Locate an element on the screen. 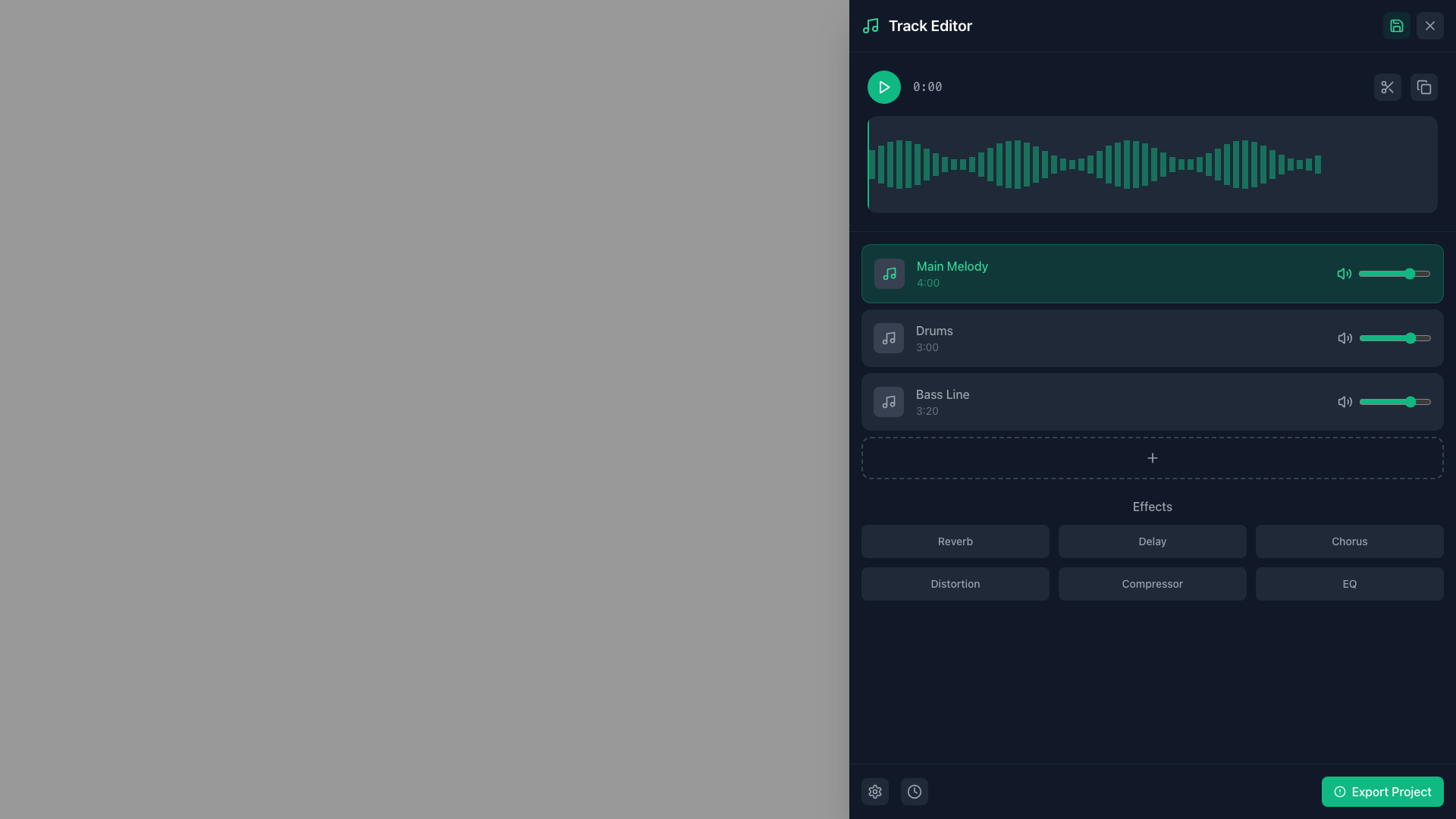 The height and width of the screenshot is (819, 1456). the slider value is located at coordinates (1404, 274).